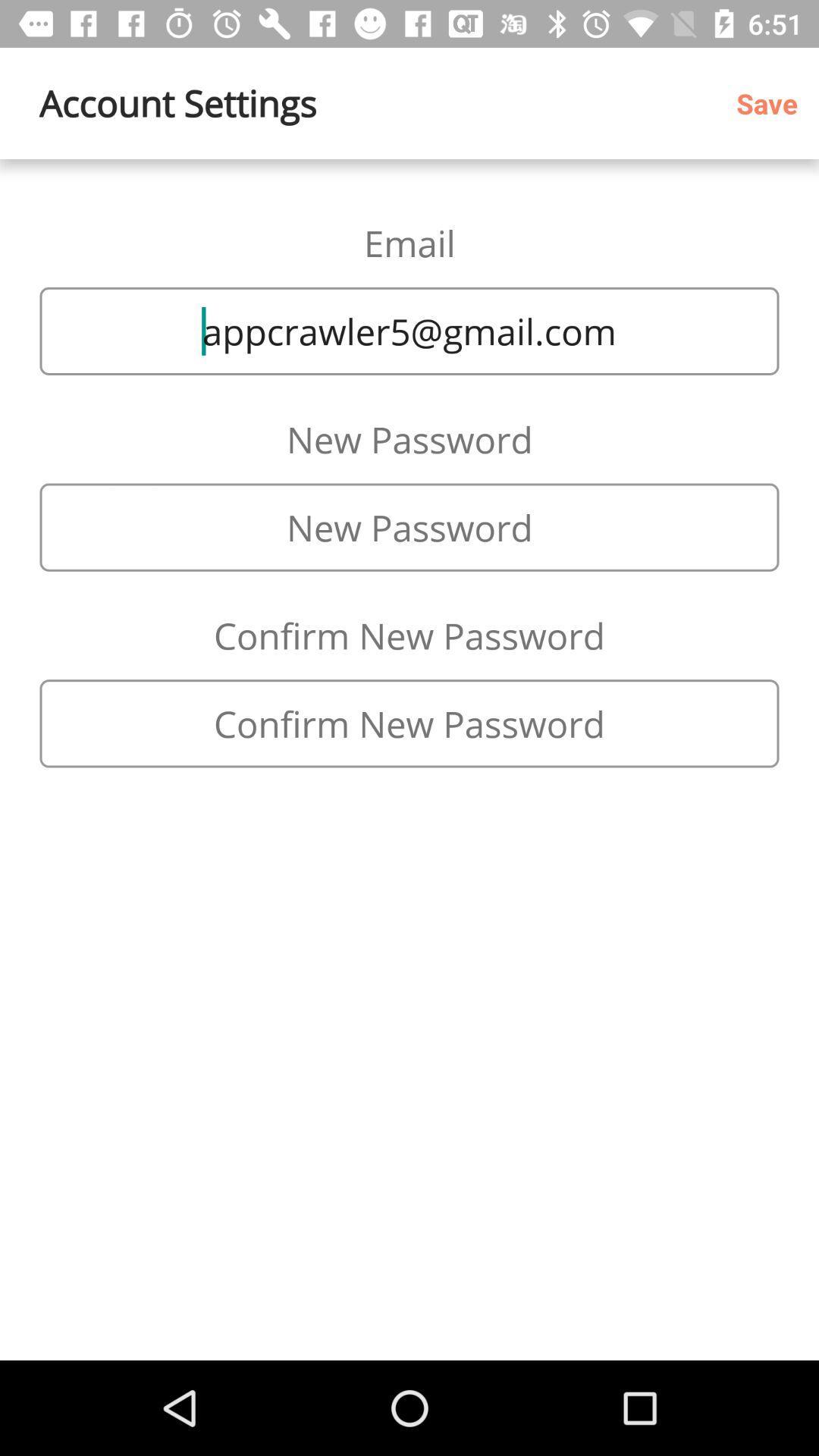 The image size is (819, 1456). What do you see at coordinates (409, 723) in the screenshot?
I see `type new password` at bounding box center [409, 723].